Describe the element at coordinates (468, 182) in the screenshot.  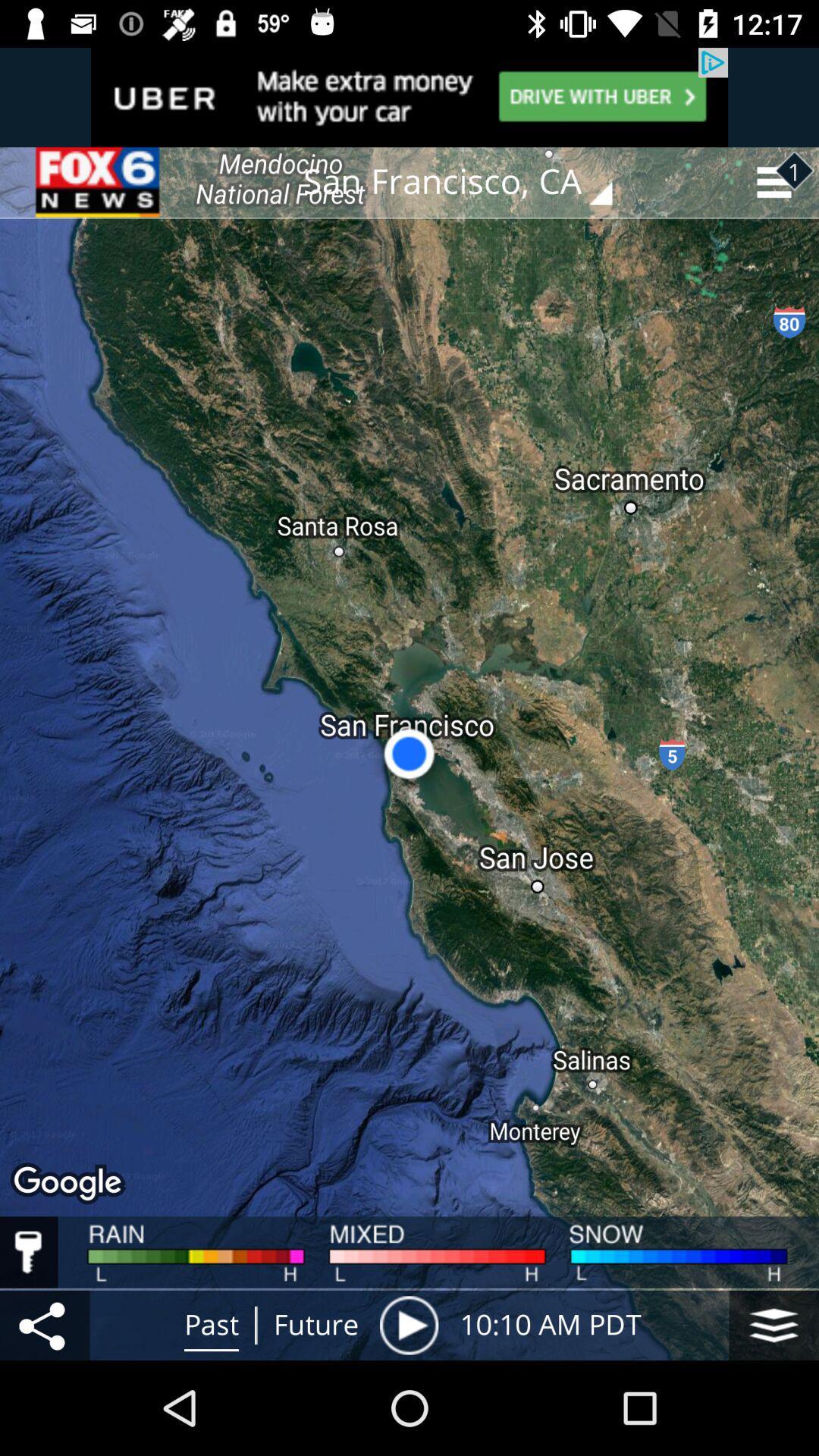
I see `the san francisco, ca icon` at that location.